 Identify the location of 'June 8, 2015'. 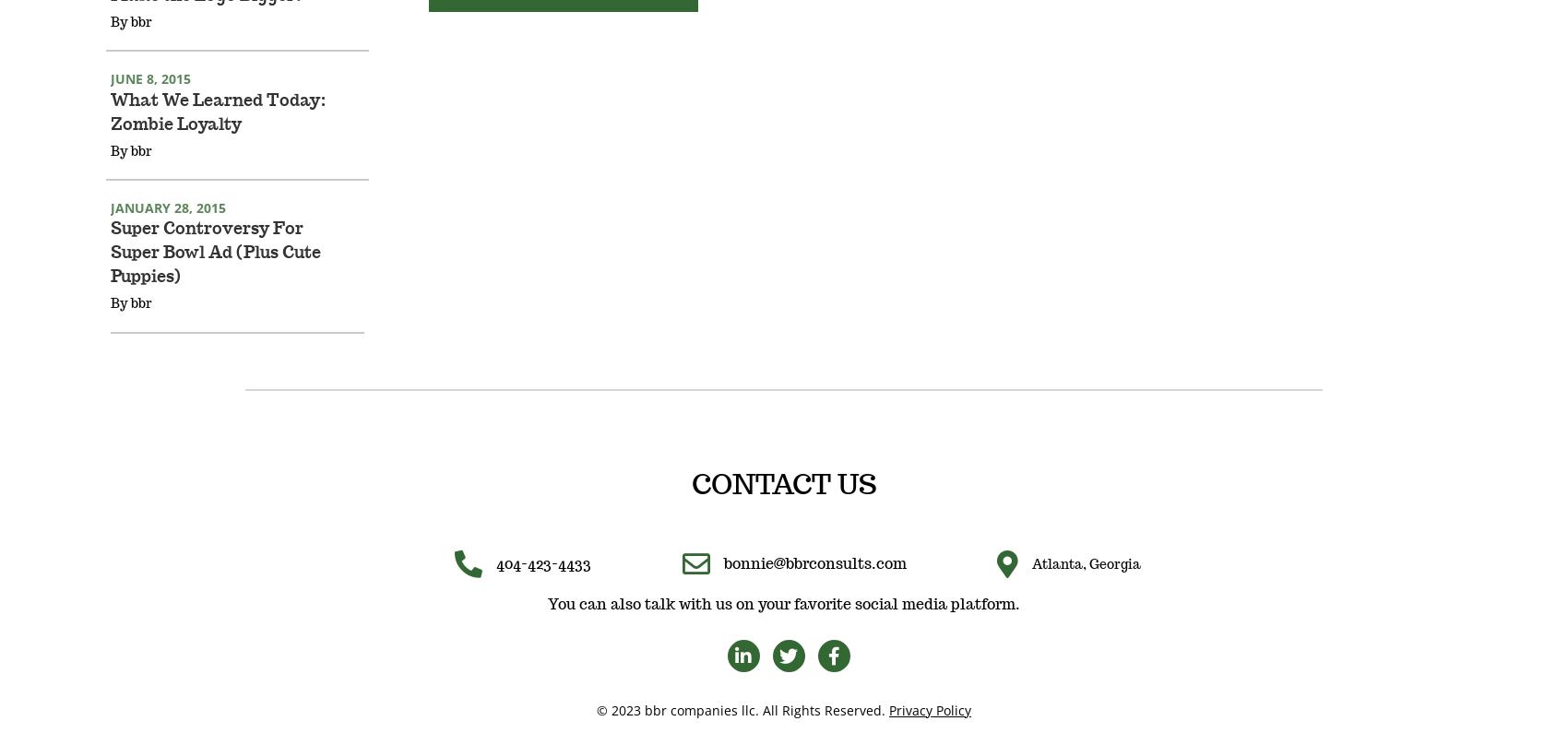
(149, 103).